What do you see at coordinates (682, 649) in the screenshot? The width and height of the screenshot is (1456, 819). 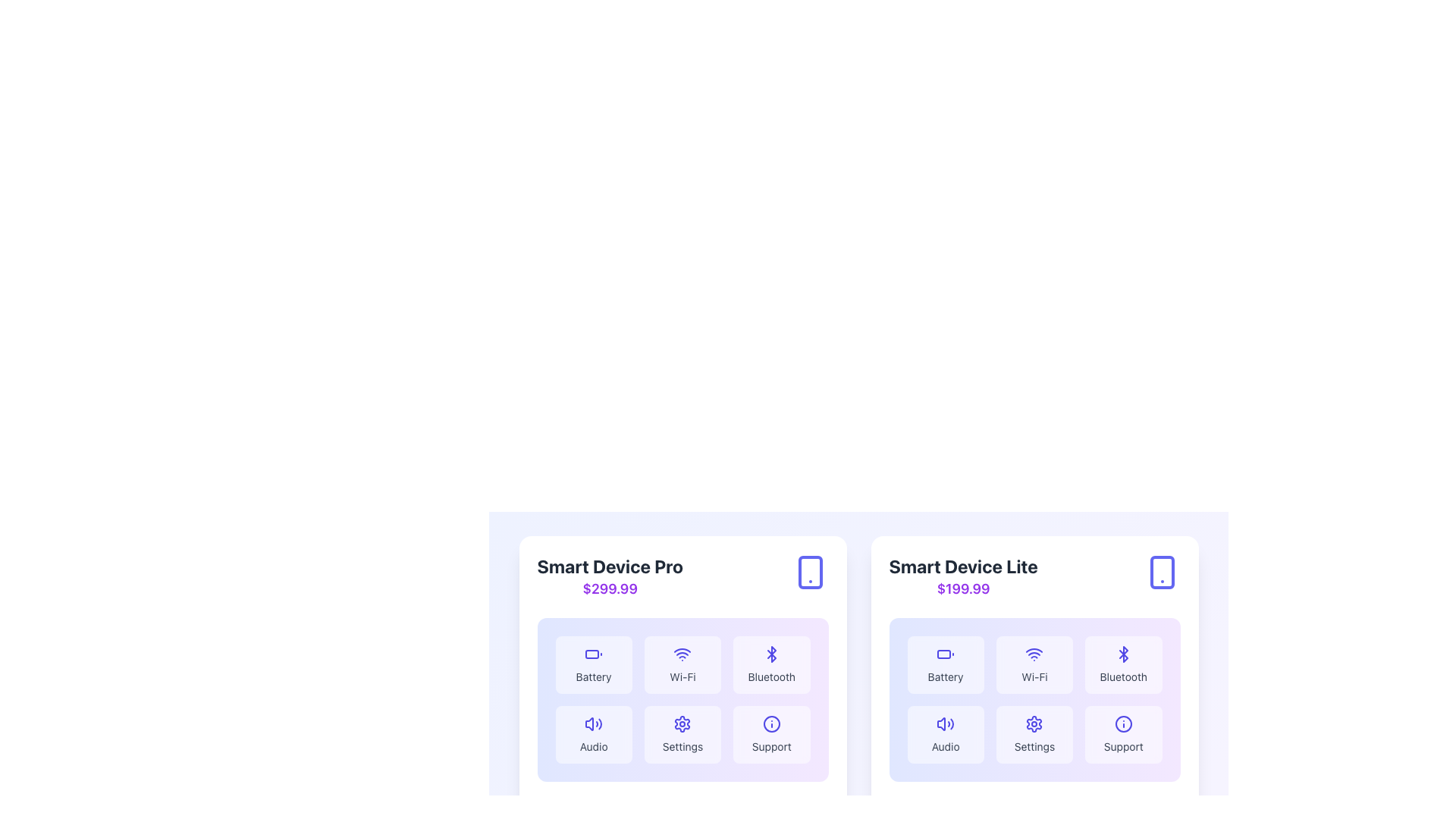 I see `the second arc of the Wi-Fi icon, which indicates wireless connectivity or network status` at bounding box center [682, 649].